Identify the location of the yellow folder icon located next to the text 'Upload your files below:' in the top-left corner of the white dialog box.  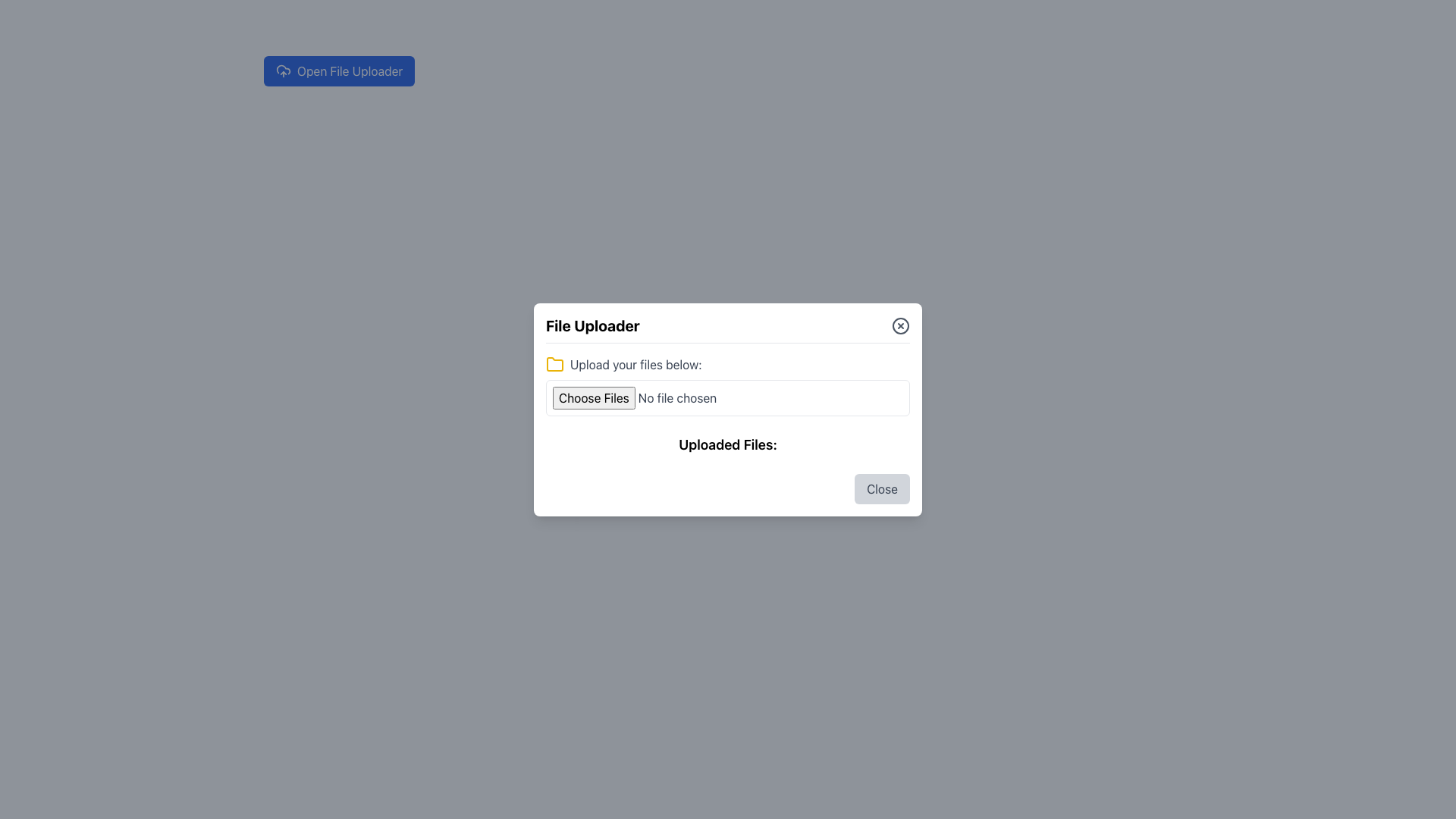
(554, 364).